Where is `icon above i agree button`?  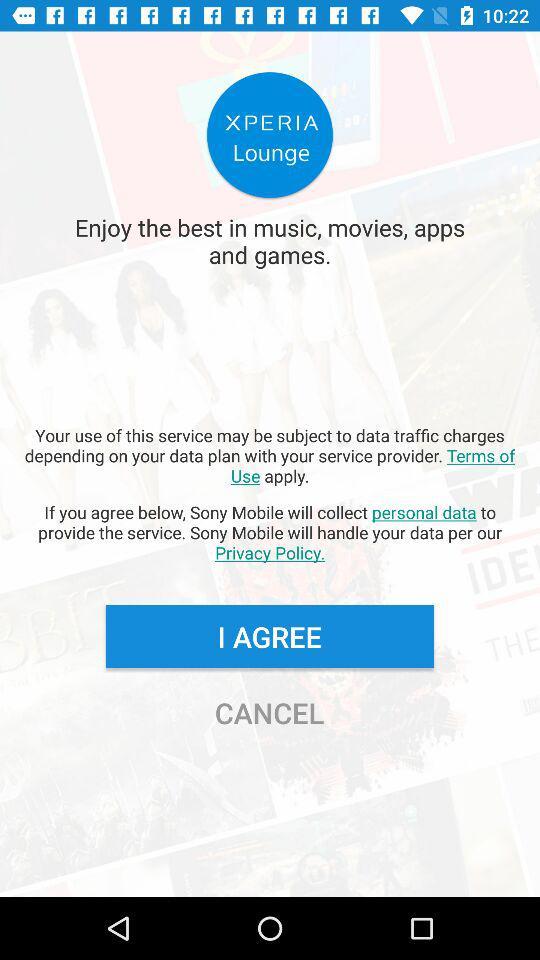
icon above i agree button is located at coordinates (270, 531).